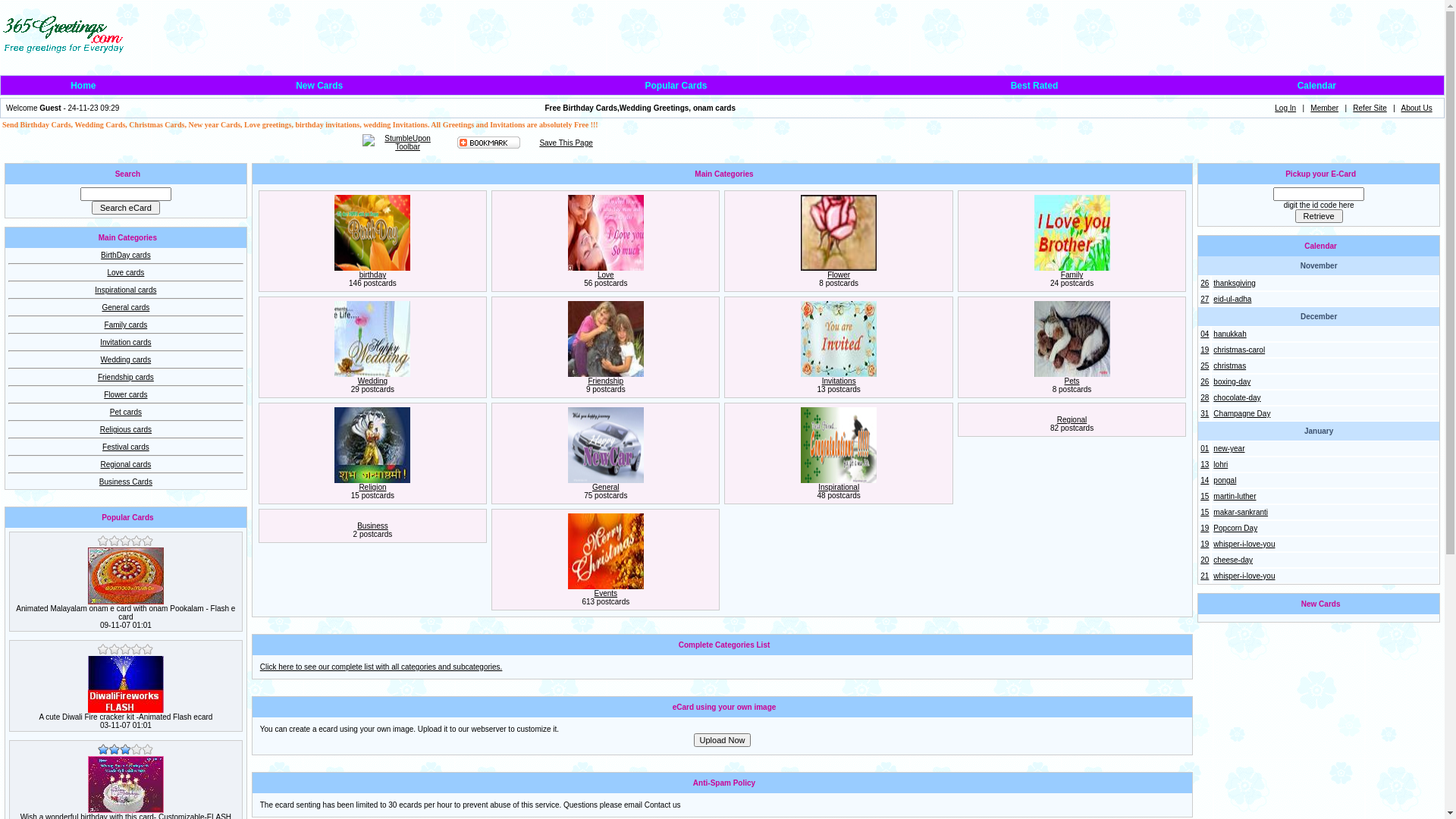 Image resolution: width=1456 pixels, height=819 pixels. Describe the element at coordinates (1203, 366) in the screenshot. I see `'25'` at that location.